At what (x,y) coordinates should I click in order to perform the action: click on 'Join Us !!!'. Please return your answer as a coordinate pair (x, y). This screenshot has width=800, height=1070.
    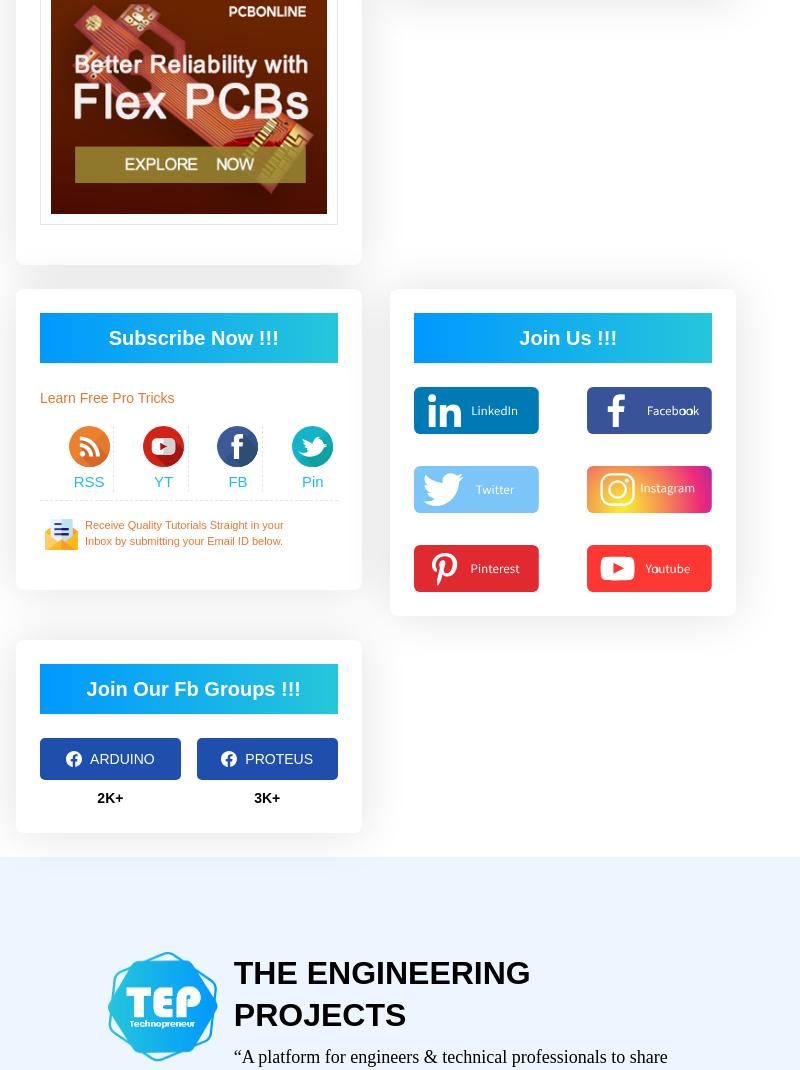
    Looking at the image, I should click on (567, 337).